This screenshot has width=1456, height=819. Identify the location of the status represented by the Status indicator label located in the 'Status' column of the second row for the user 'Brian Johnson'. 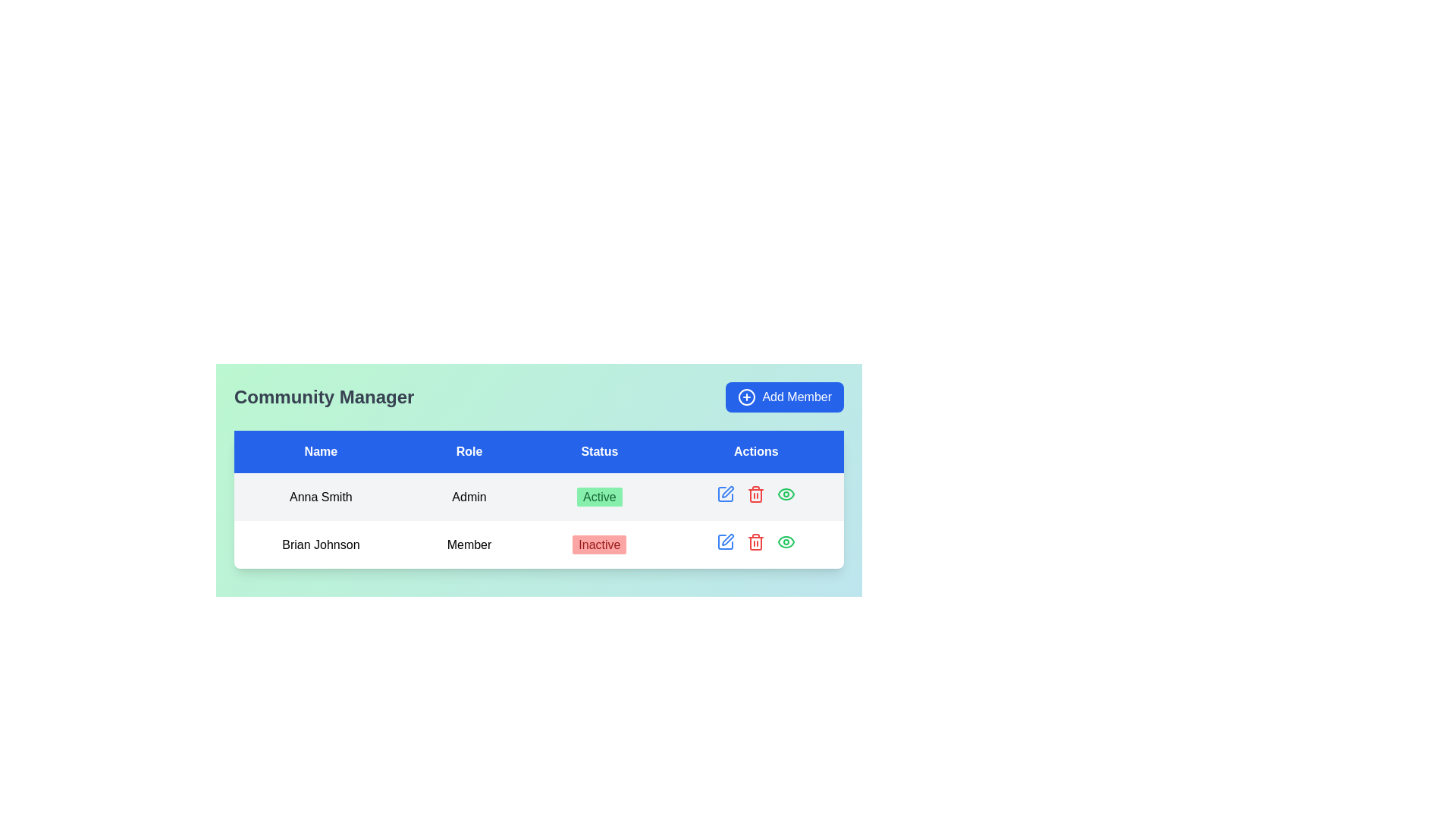
(598, 543).